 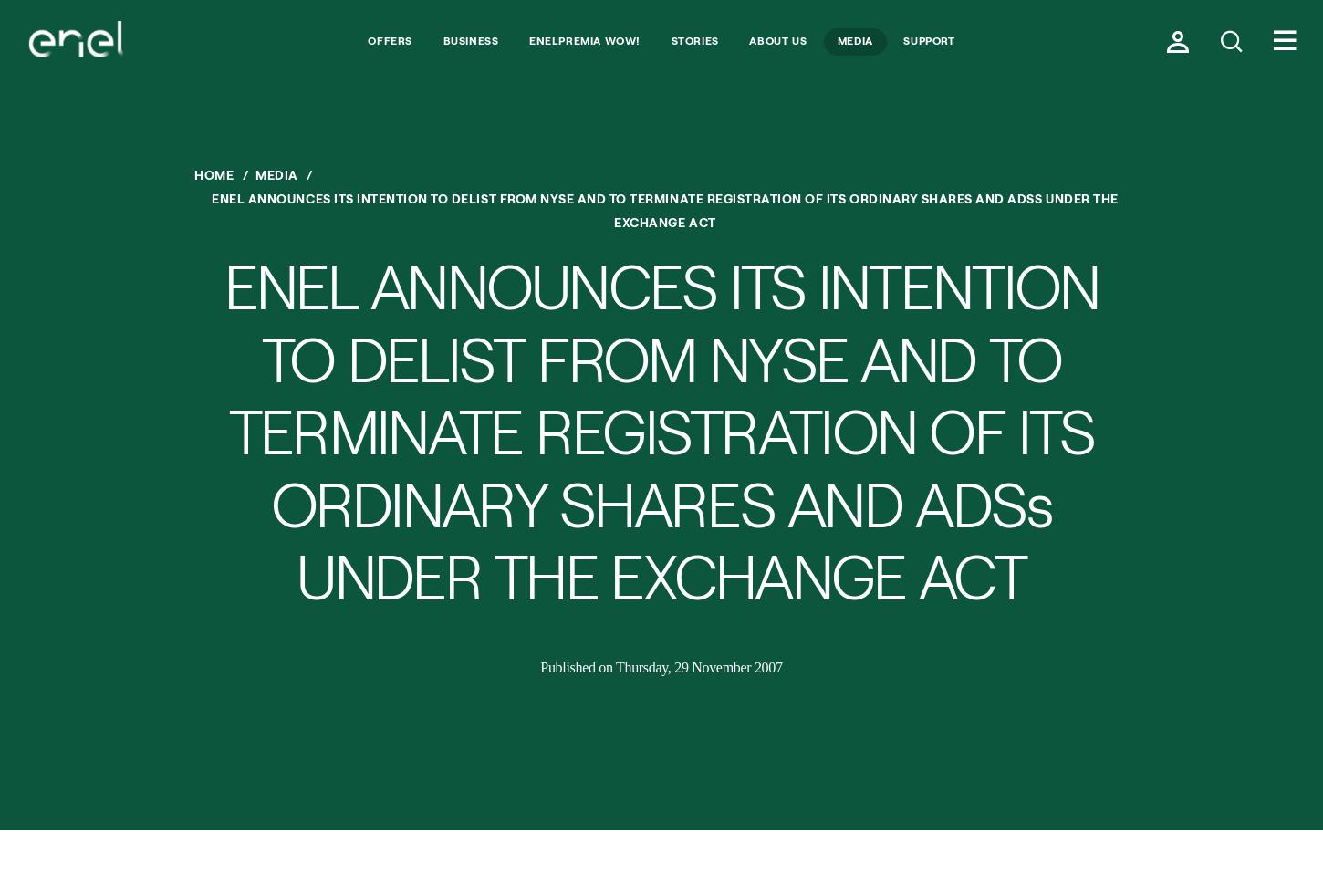 I want to click on 'Business', so click(x=470, y=38).